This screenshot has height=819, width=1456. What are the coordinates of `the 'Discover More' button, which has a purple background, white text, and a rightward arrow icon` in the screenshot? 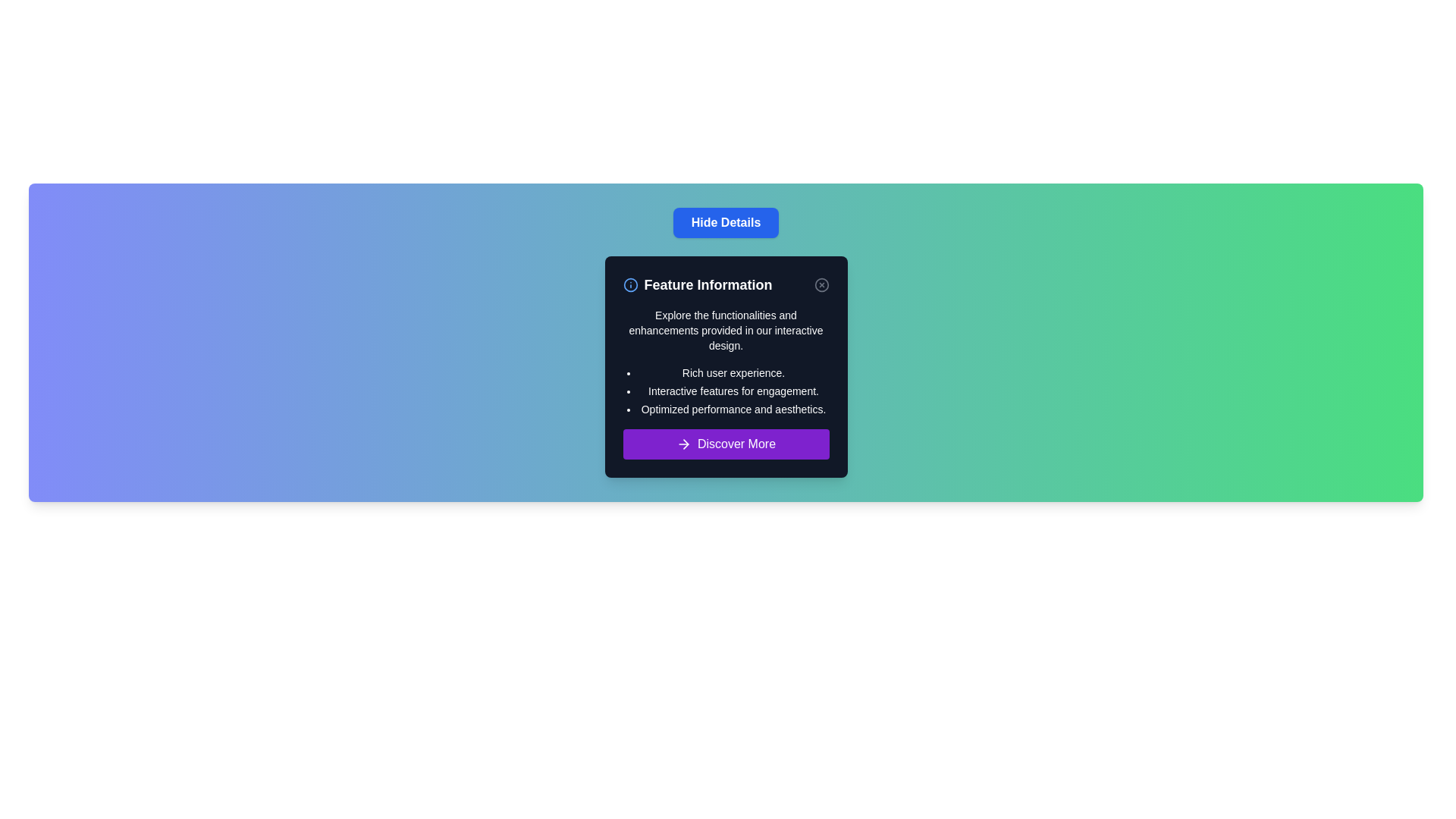 It's located at (725, 444).